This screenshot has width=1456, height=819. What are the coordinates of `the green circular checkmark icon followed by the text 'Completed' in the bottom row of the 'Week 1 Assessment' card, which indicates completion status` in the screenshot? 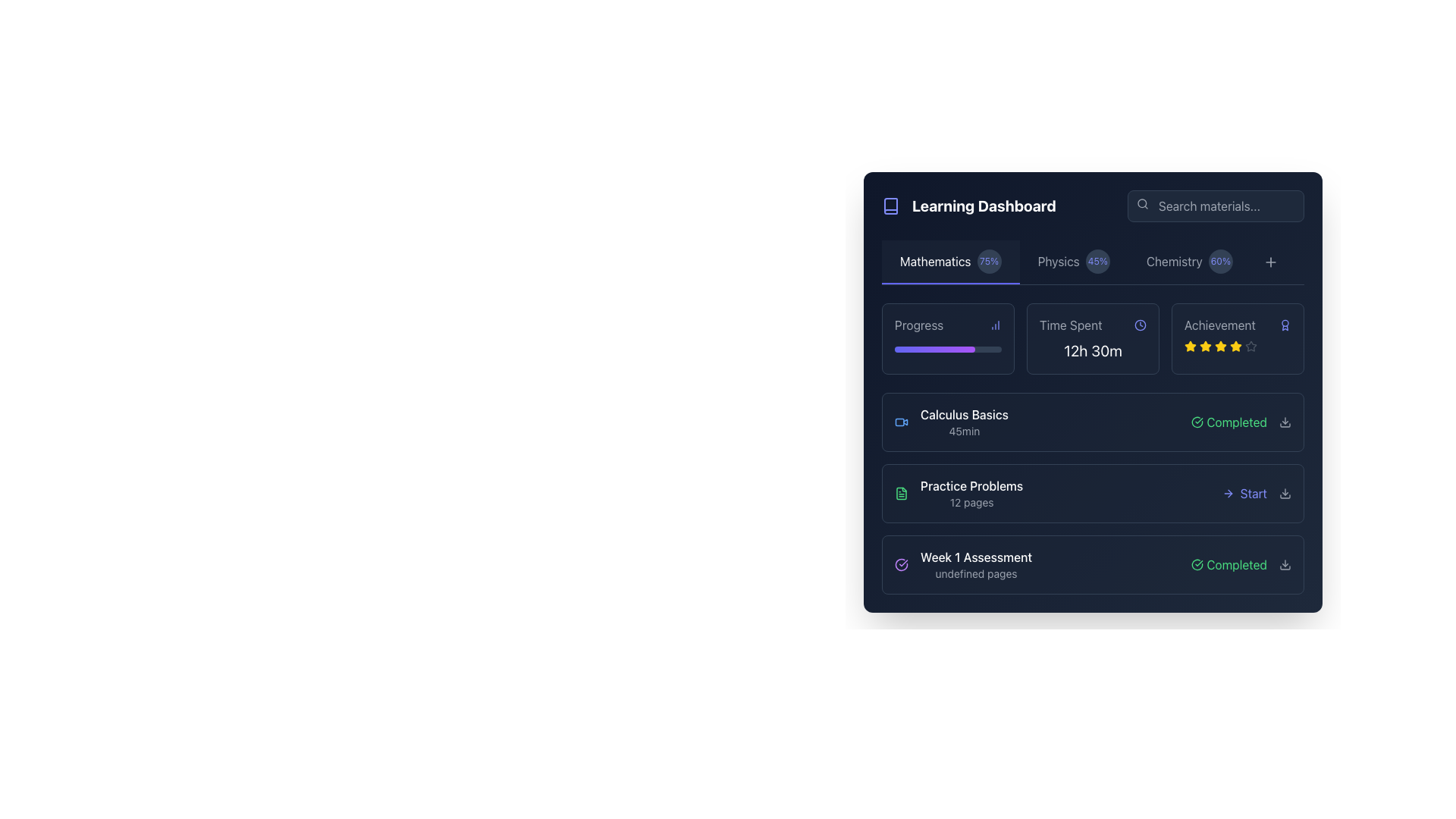 It's located at (1241, 564).